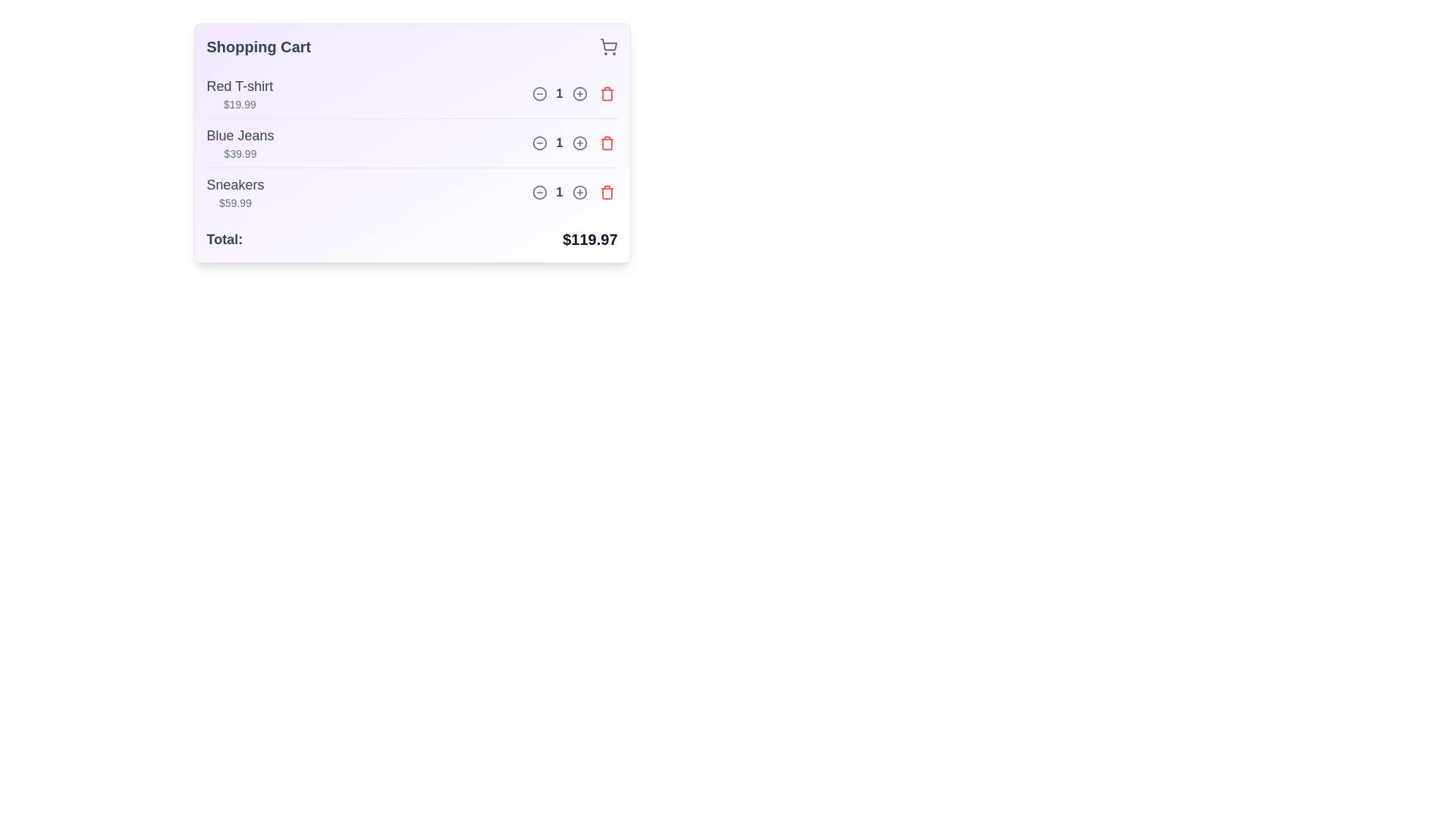  I want to click on the label that indicates the total price of selected items, which is positioned on the left side of the shopping cart summary interface, aligned with the bold price text '$119.97' on the right, so click(224, 239).